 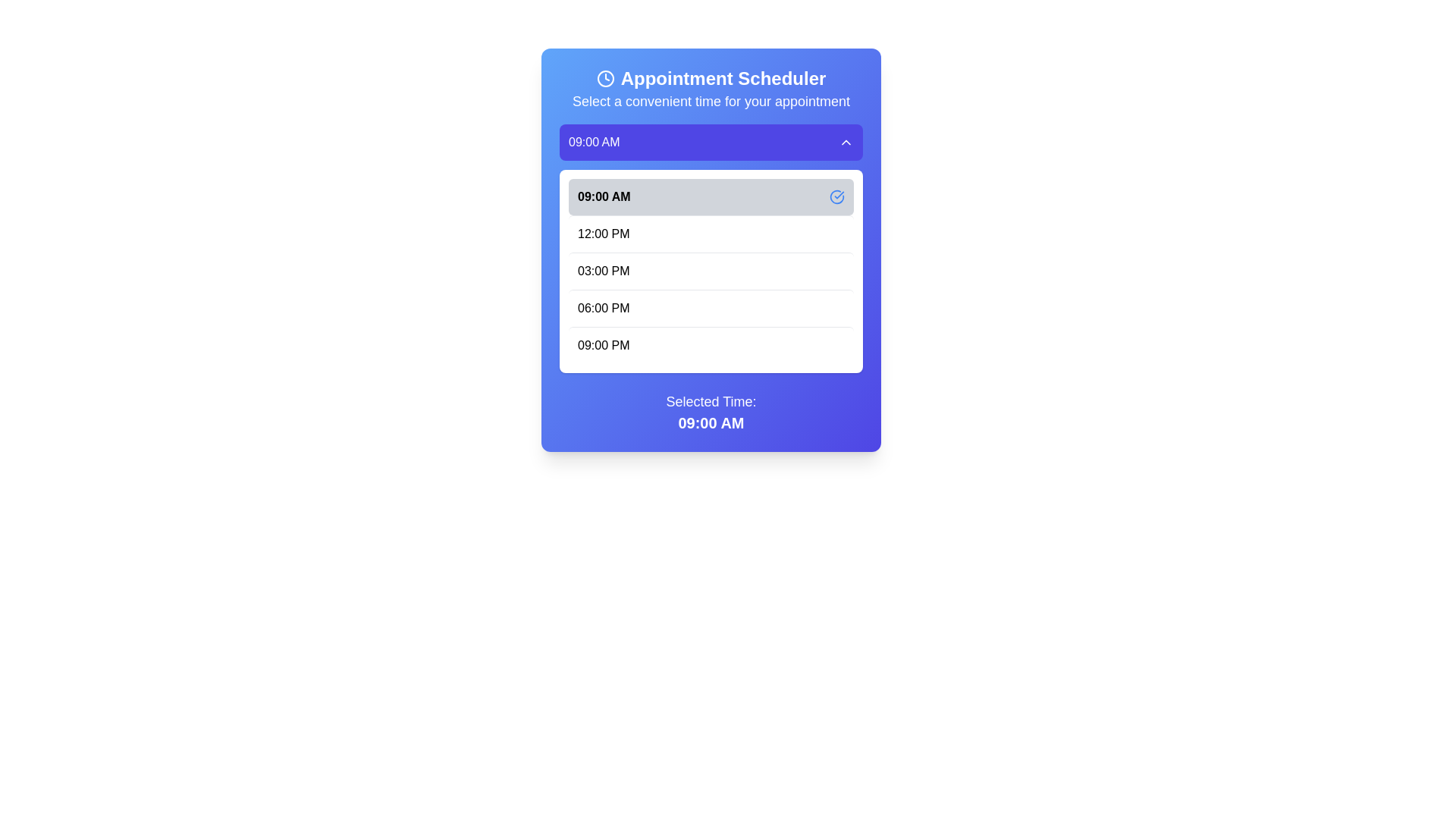 I want to click on the time selection icon located to the right of '09:00 AM' in the dropdown list, so click(x=836, y=196).